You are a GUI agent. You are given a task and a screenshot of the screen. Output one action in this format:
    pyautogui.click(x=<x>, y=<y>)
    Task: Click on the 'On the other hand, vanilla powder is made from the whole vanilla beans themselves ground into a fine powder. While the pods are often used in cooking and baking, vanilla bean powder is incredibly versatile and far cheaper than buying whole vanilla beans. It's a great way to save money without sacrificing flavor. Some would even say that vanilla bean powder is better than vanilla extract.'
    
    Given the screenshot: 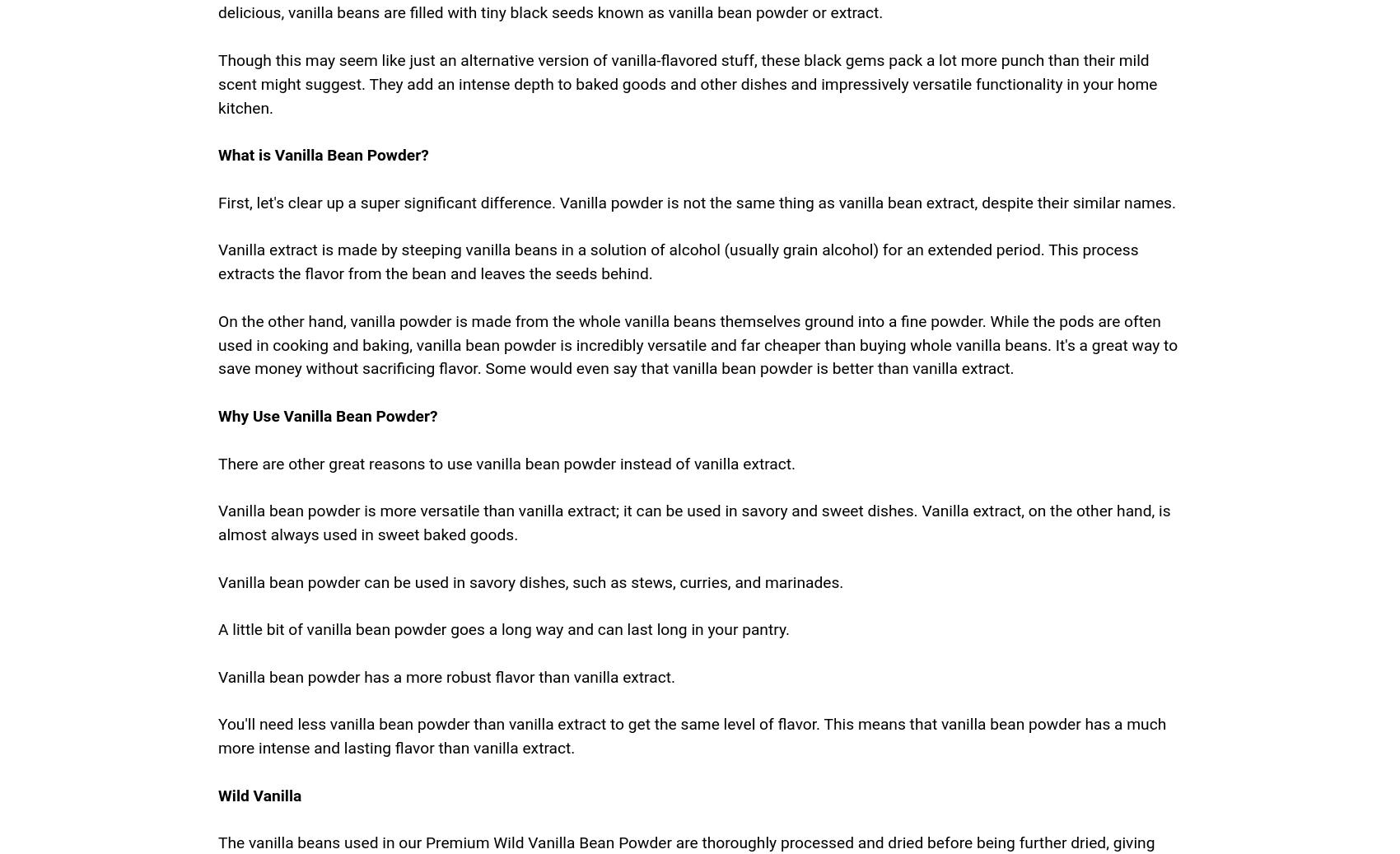 What is the action you would take?
    pyautogui.click(x=697, y=343)
    